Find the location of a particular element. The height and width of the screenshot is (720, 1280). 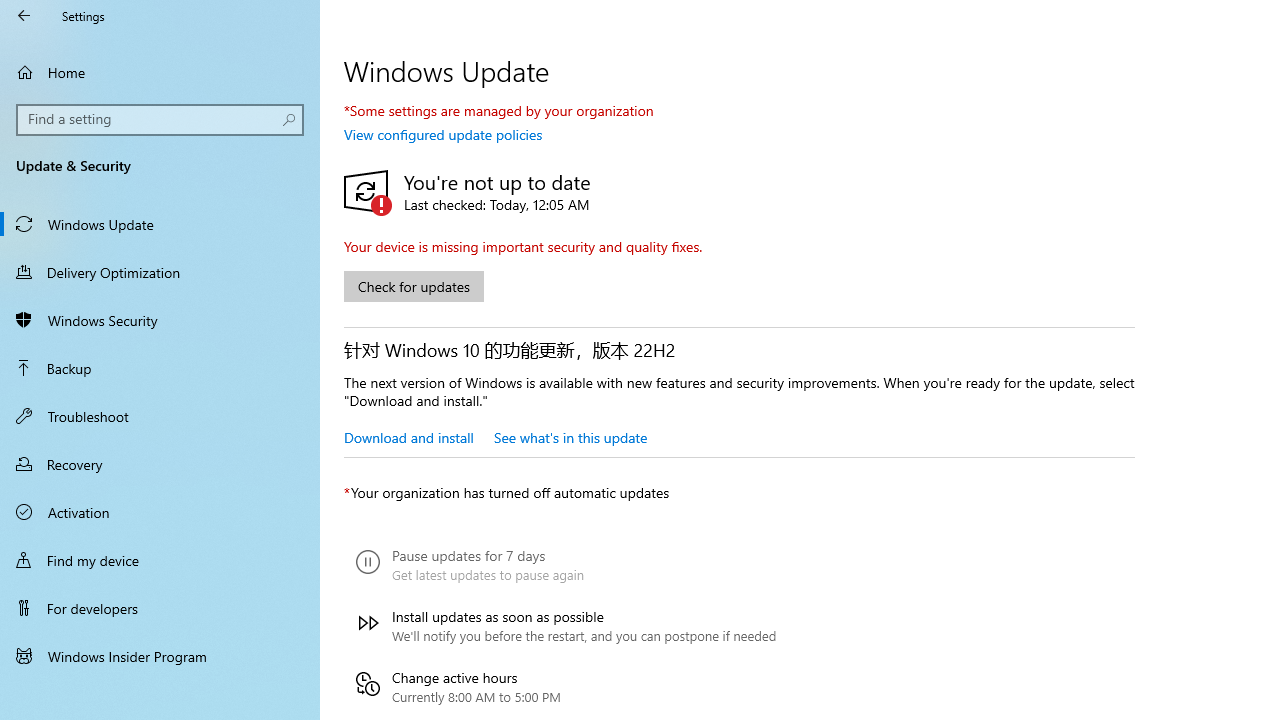

'Find my device' is located at coordinates (160, 559).